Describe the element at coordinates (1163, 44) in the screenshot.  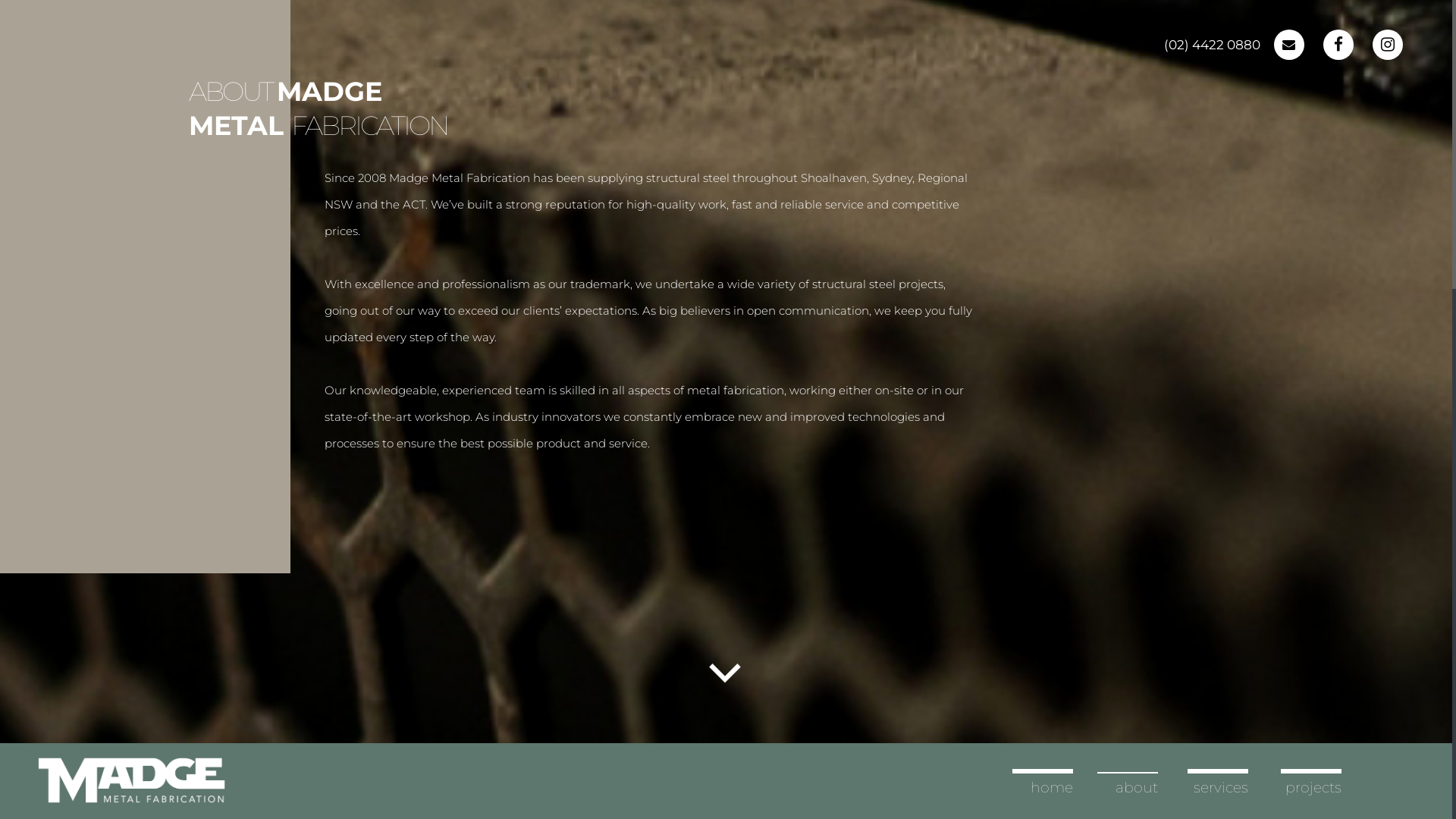
I see `'(02) 4422 0880'` at that location.